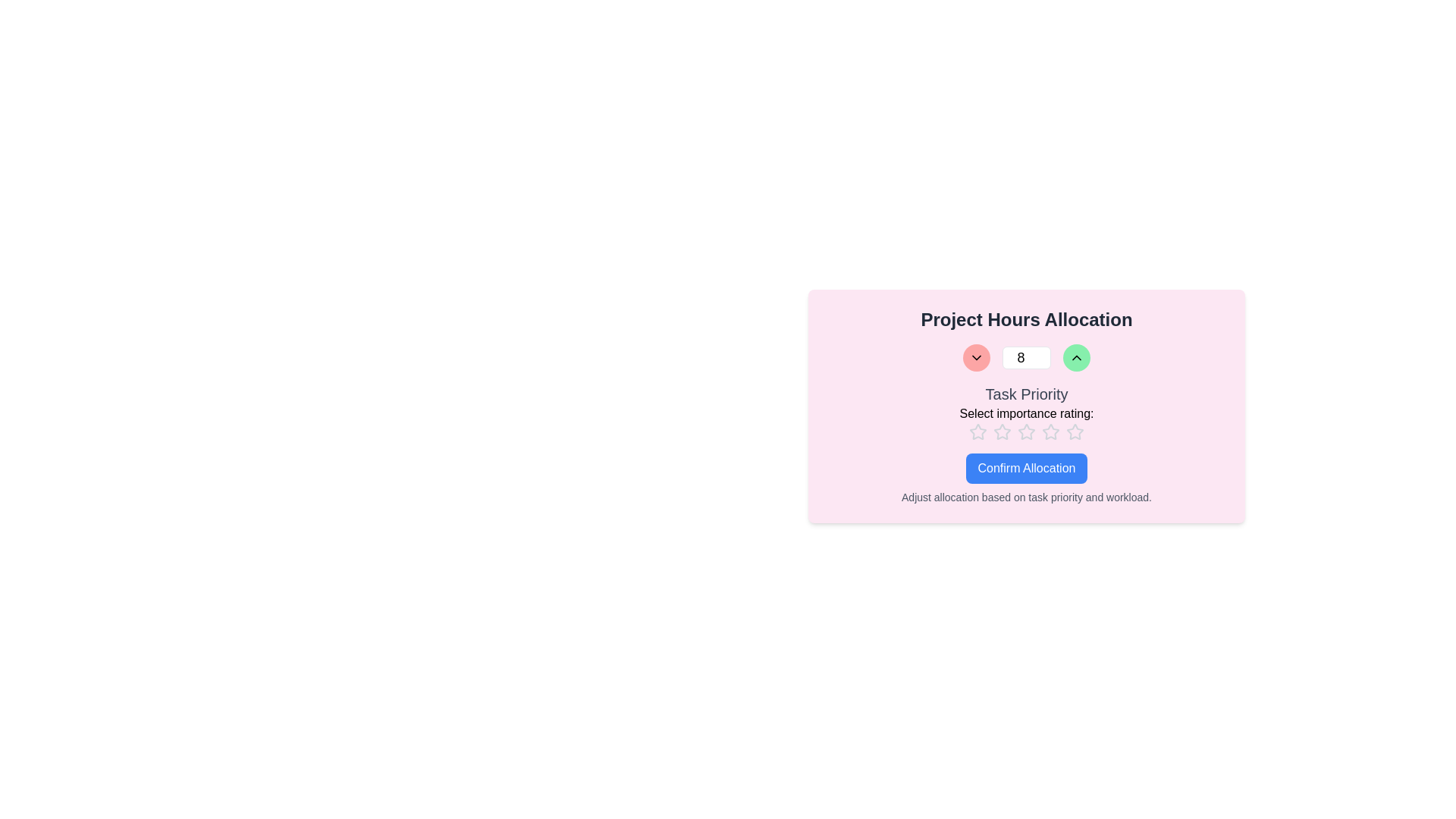  Describe the element at coordinates (1026, 431) in the screenshot. I see `the third star icon in the interactive rating stars set beneath 'Task Priority' to set the rating to 3 out of 5` at that location.